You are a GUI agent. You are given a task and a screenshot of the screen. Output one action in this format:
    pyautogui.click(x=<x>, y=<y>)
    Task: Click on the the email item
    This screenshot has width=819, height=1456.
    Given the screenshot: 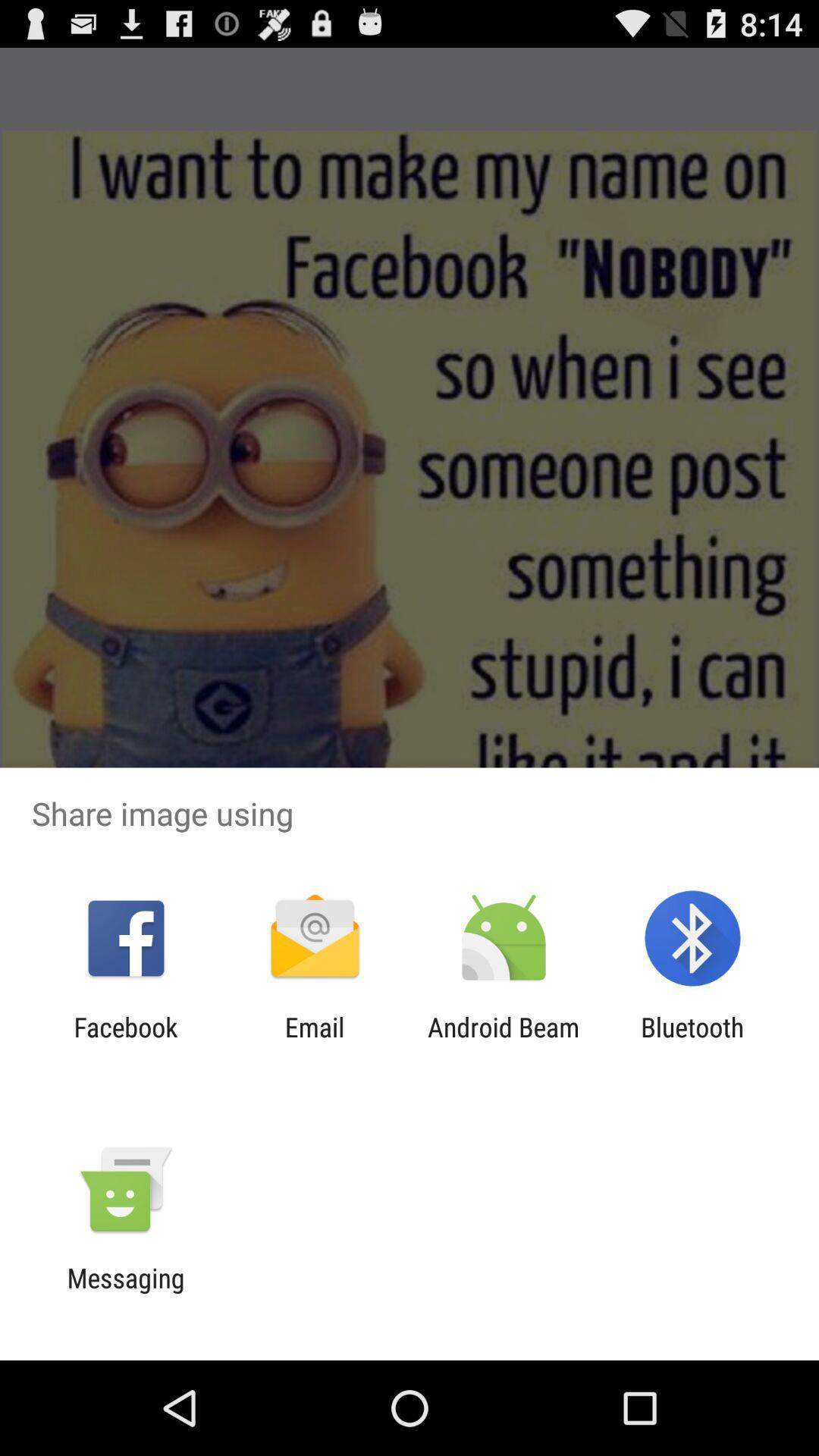 What is the action you would take?
    pyautogui.click(x=314, y=1042)
    